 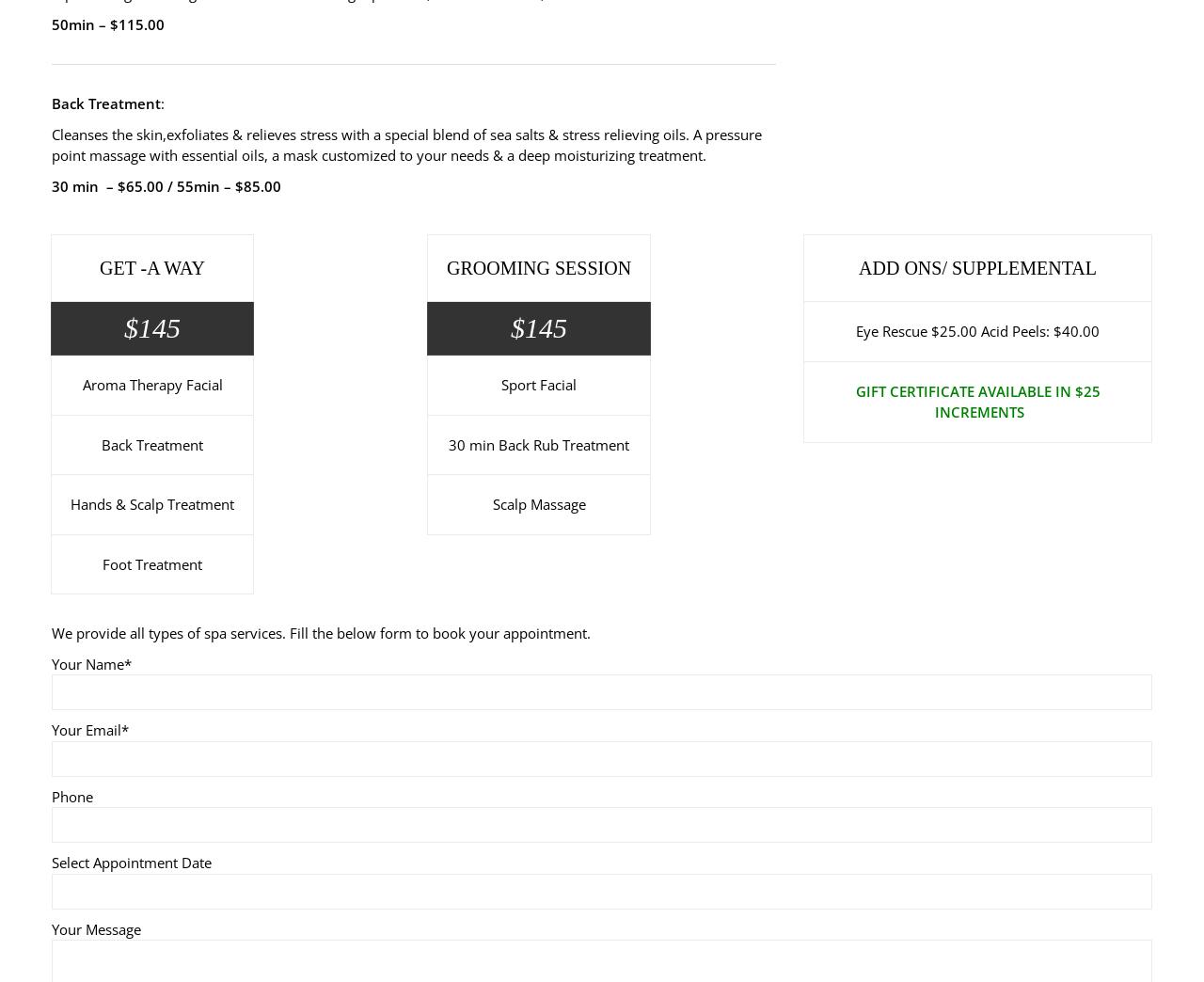 What do you see at coordinates (95, 927) in the screenshot?
I see `'Your Message'` at bounding box center [95, 927].